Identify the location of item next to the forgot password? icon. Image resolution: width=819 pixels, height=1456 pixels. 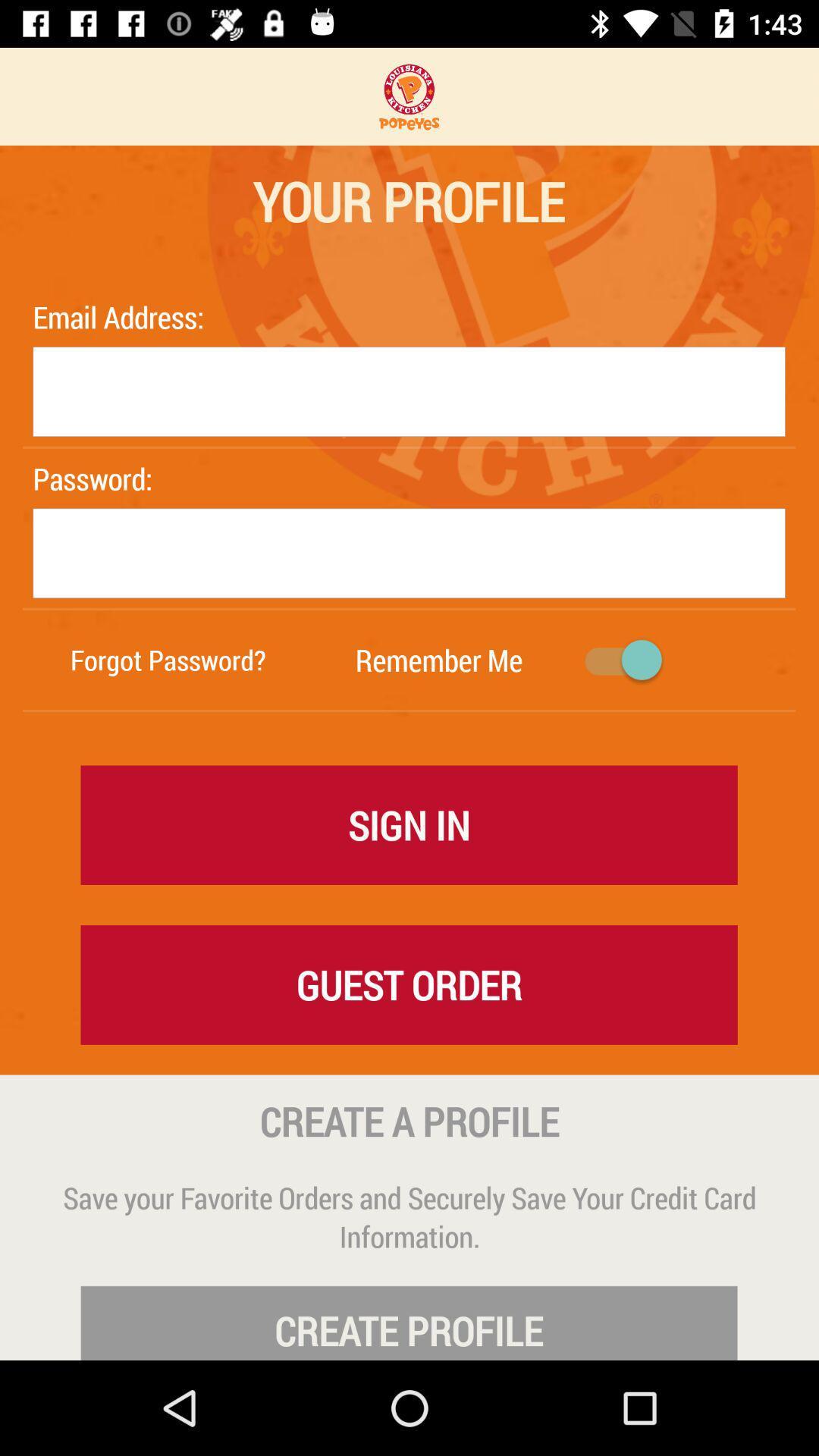
(438, 660).